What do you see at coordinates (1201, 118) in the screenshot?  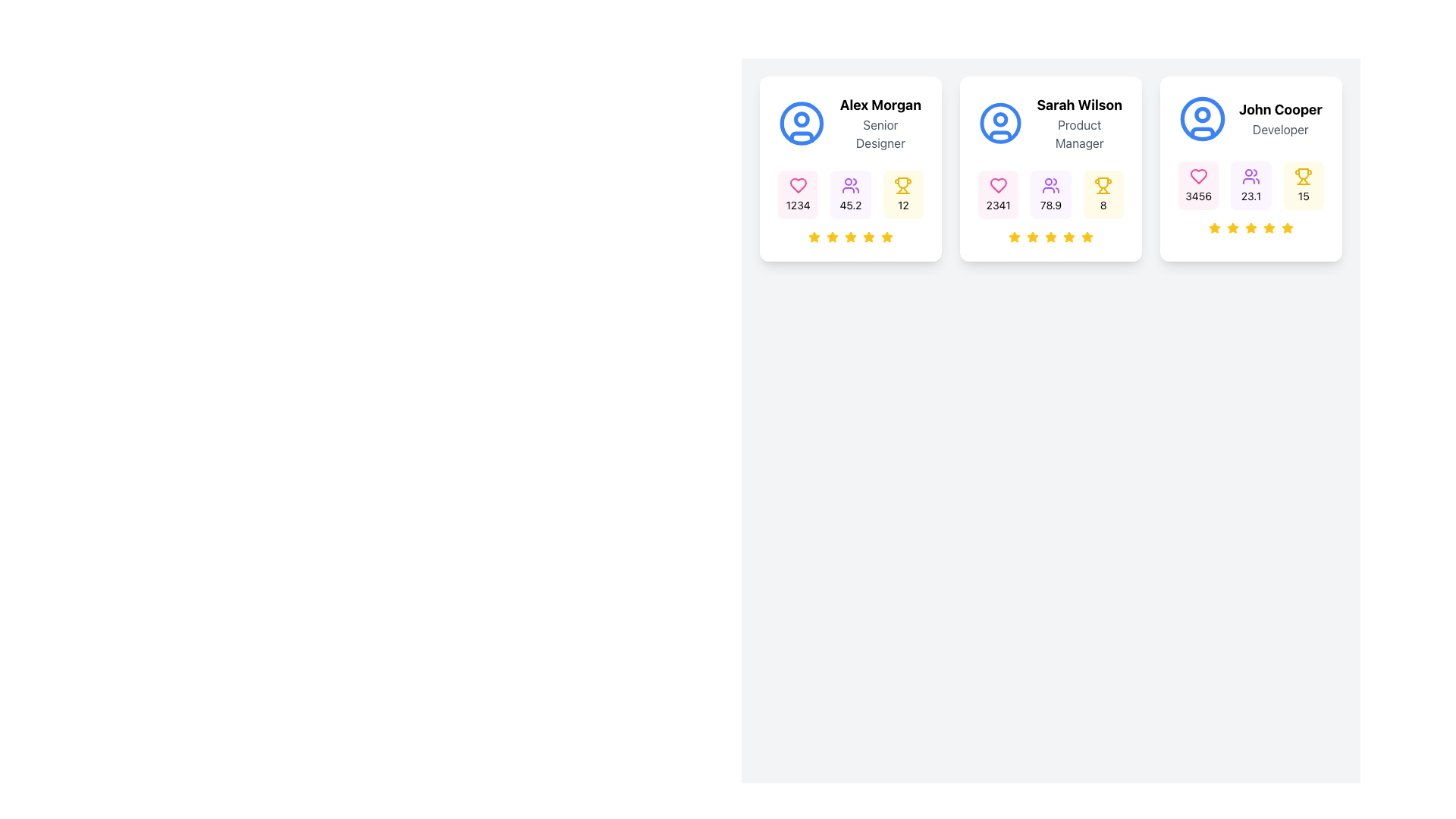 I see `the circular graphical element representing the outline of the user's profile icon located at the top of the John Cooper card, which is the third card in a row of user cards on the right-hand side of the interface` at bounding box center [1201, 118].